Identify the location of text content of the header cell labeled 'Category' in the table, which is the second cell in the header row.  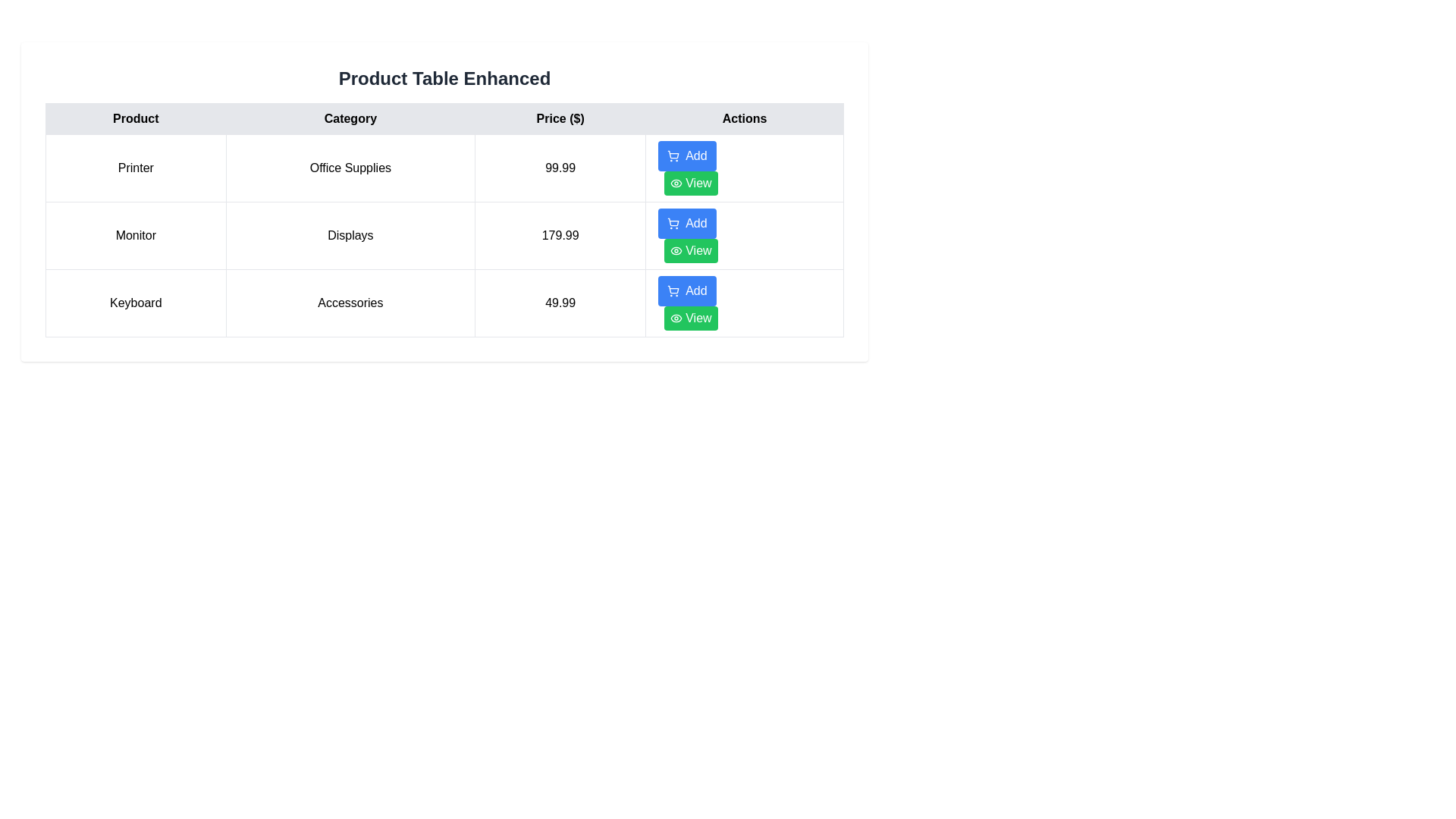
(350, 118).